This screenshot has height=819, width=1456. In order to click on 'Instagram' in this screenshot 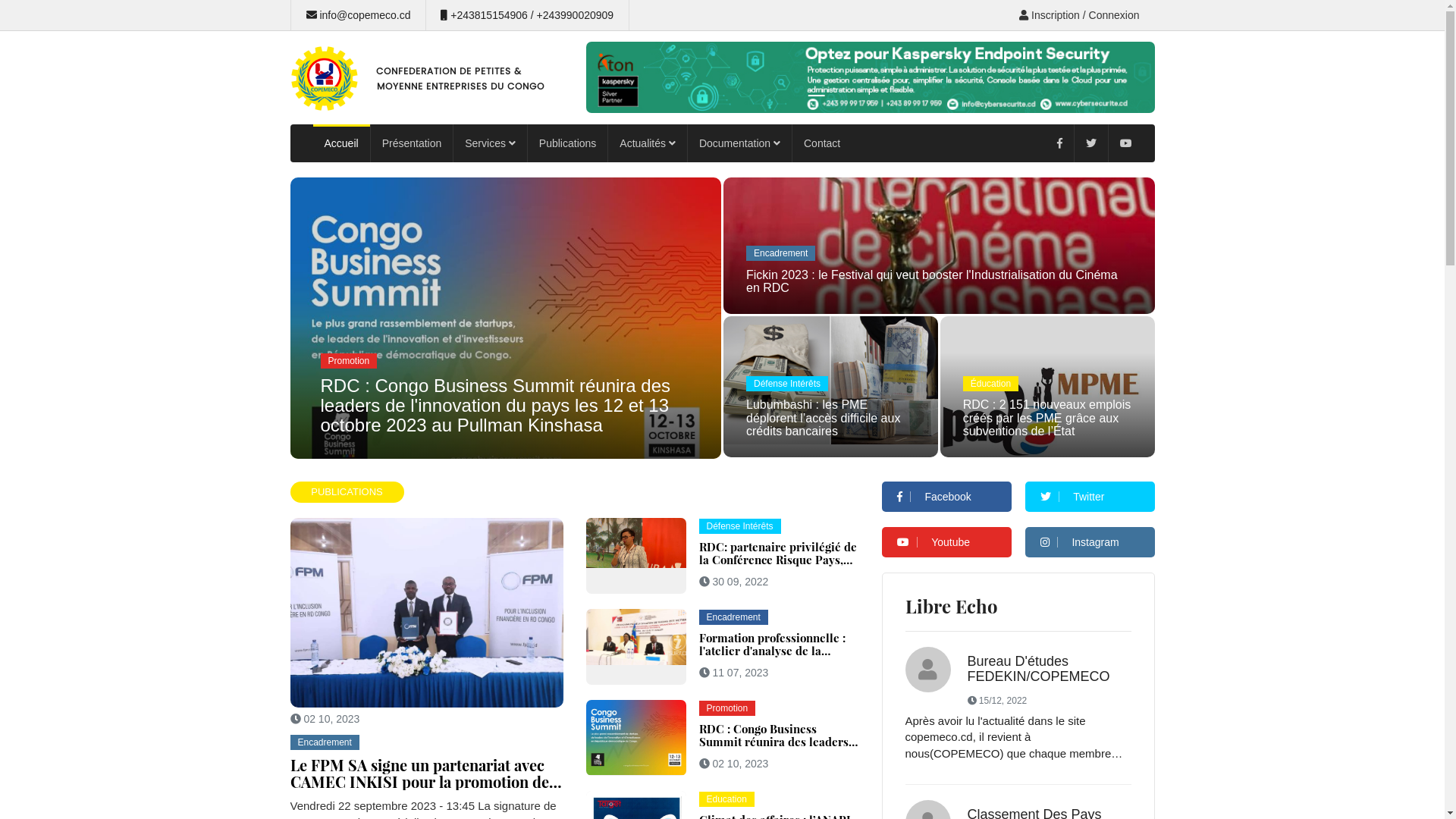, I will do `click(1089, 541)`.